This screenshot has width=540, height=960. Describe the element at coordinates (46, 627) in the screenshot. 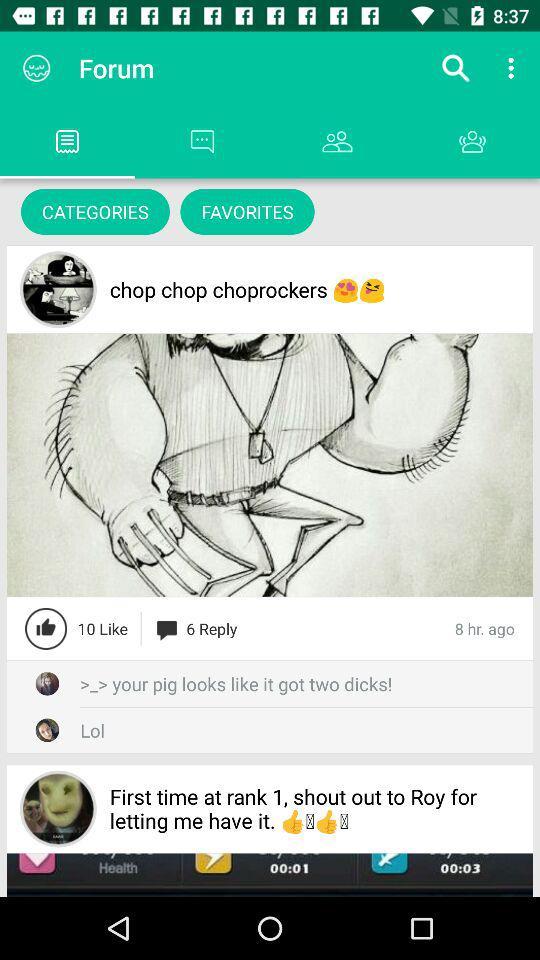

I see `like` at that location.